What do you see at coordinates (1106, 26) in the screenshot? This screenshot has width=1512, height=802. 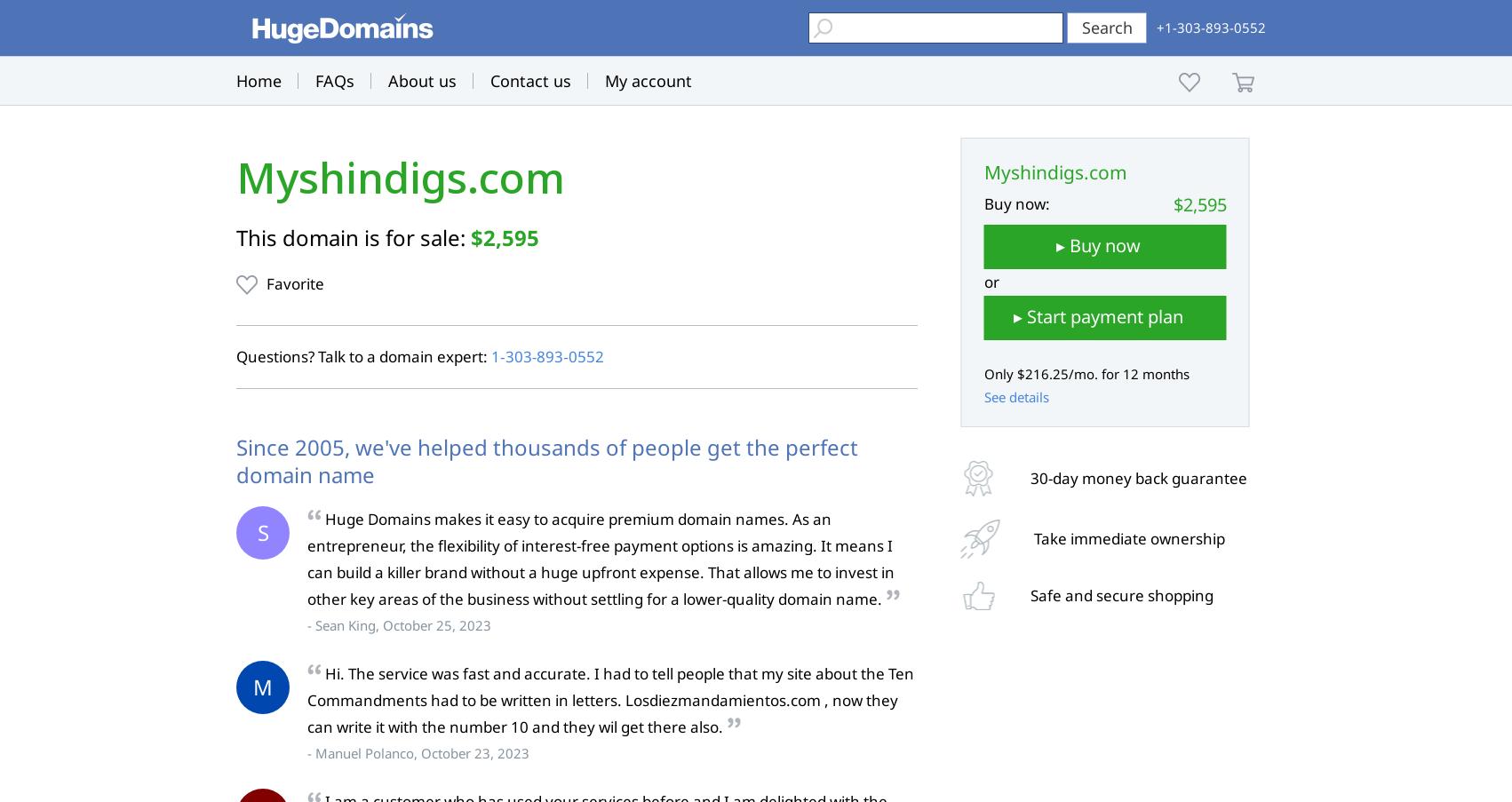 I see `'Search'` at bounding box center [1106, 26].